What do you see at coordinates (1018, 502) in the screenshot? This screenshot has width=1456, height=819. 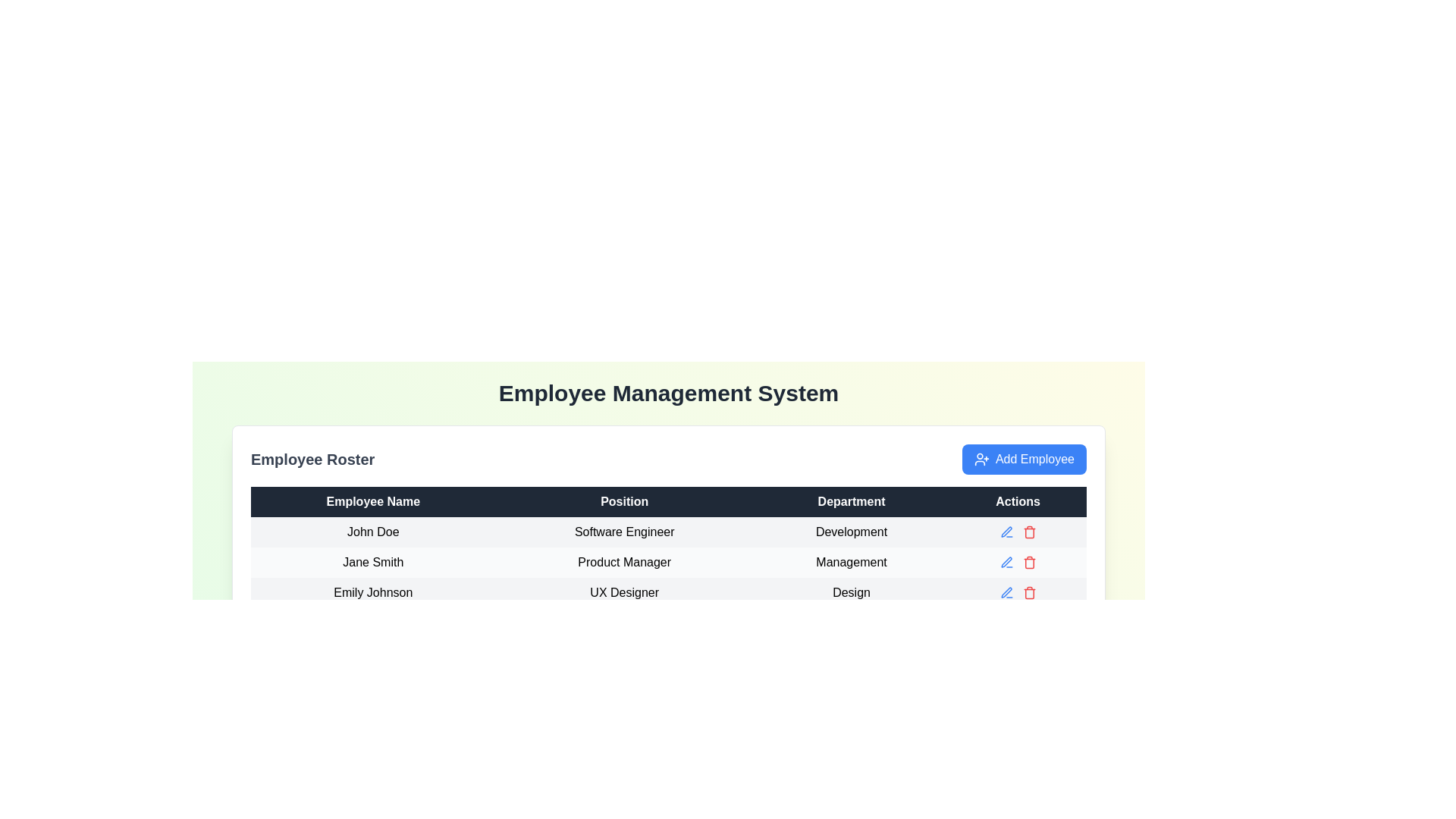 I see `the 'Actions' header element in the table` at bounding box center [1018, 502].